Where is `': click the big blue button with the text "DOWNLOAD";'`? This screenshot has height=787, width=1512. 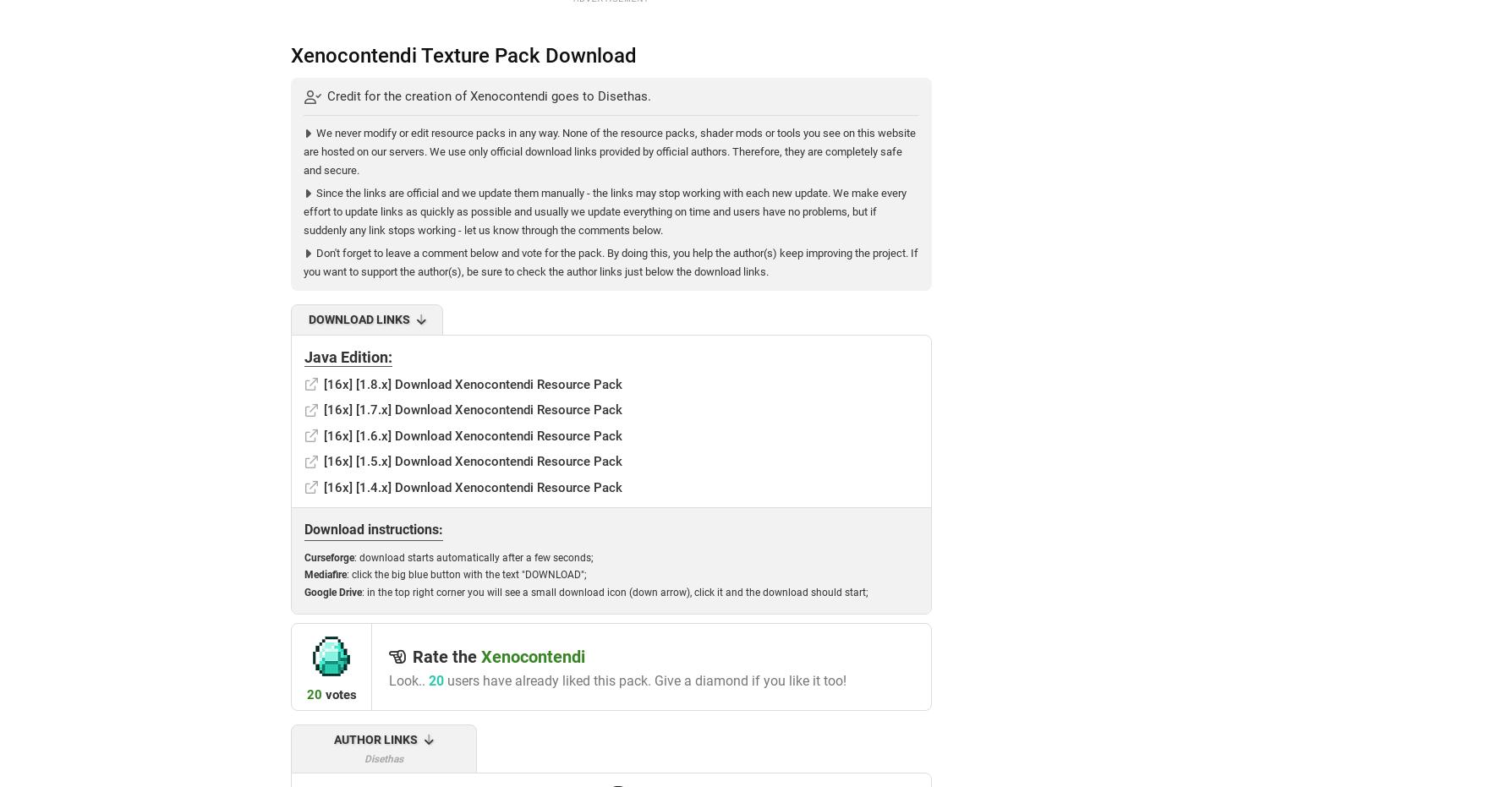
': click the big blue button with the text "DOWNLOAD";' is located at coordinates (466, 574).